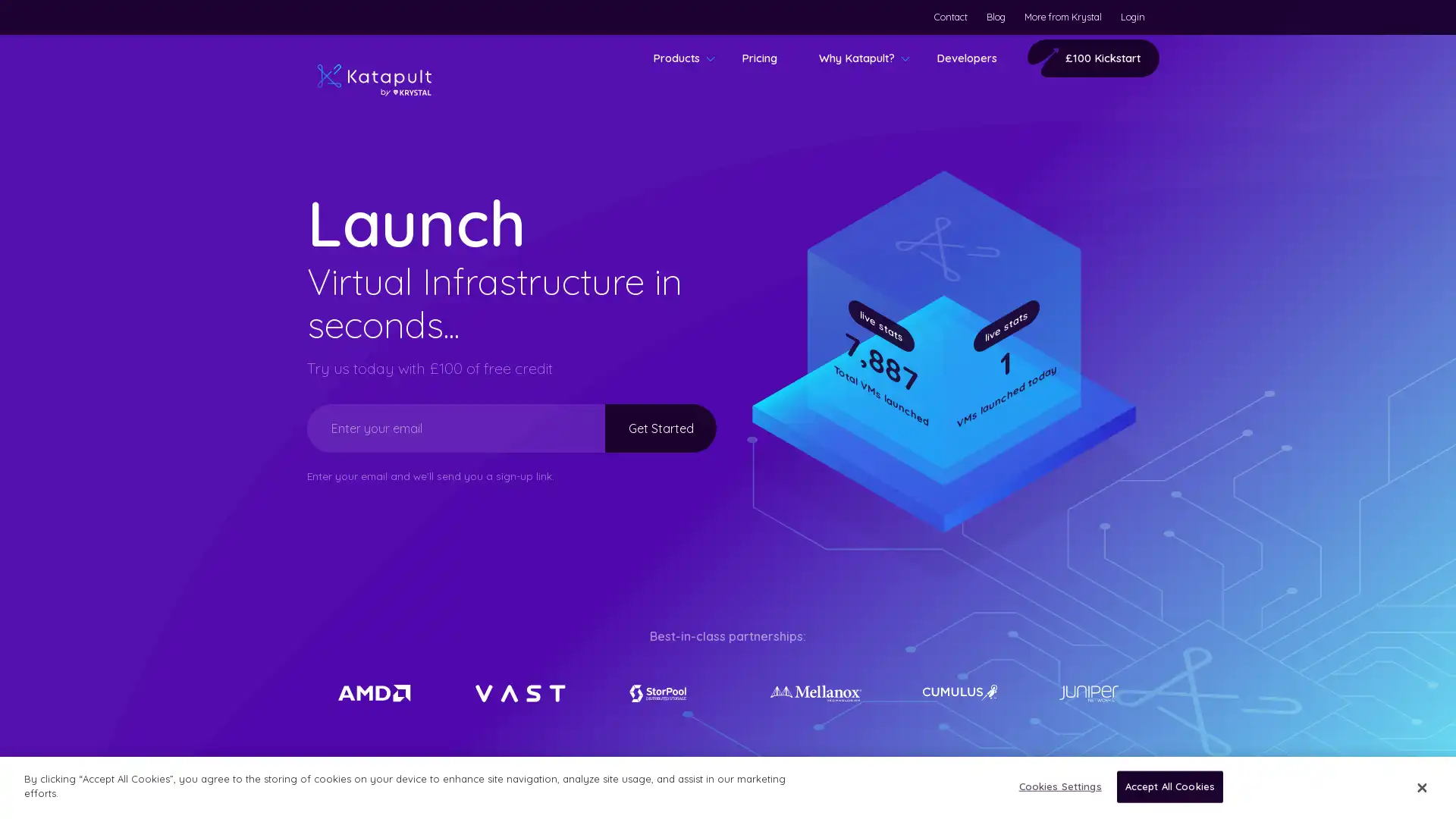  Describe the element at coordinates (647, 427) in the screenshot. I see `Get Started` at that location.